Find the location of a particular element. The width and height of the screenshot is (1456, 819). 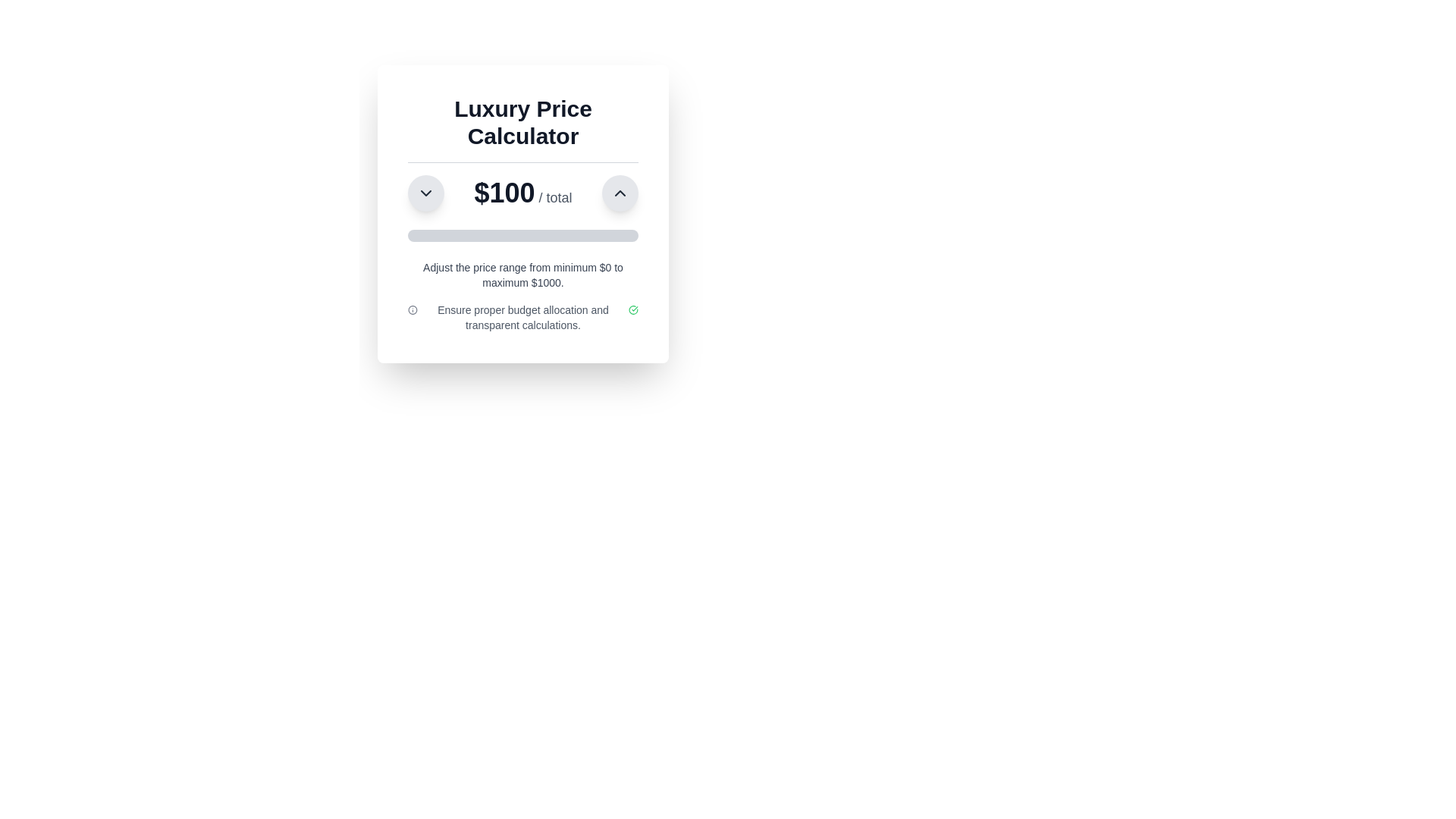

the first button in the horizontal row of interactive components to decrement the price in the price calculator, located to the left of the '$100 / total' text is located at coordinates (425, 192).